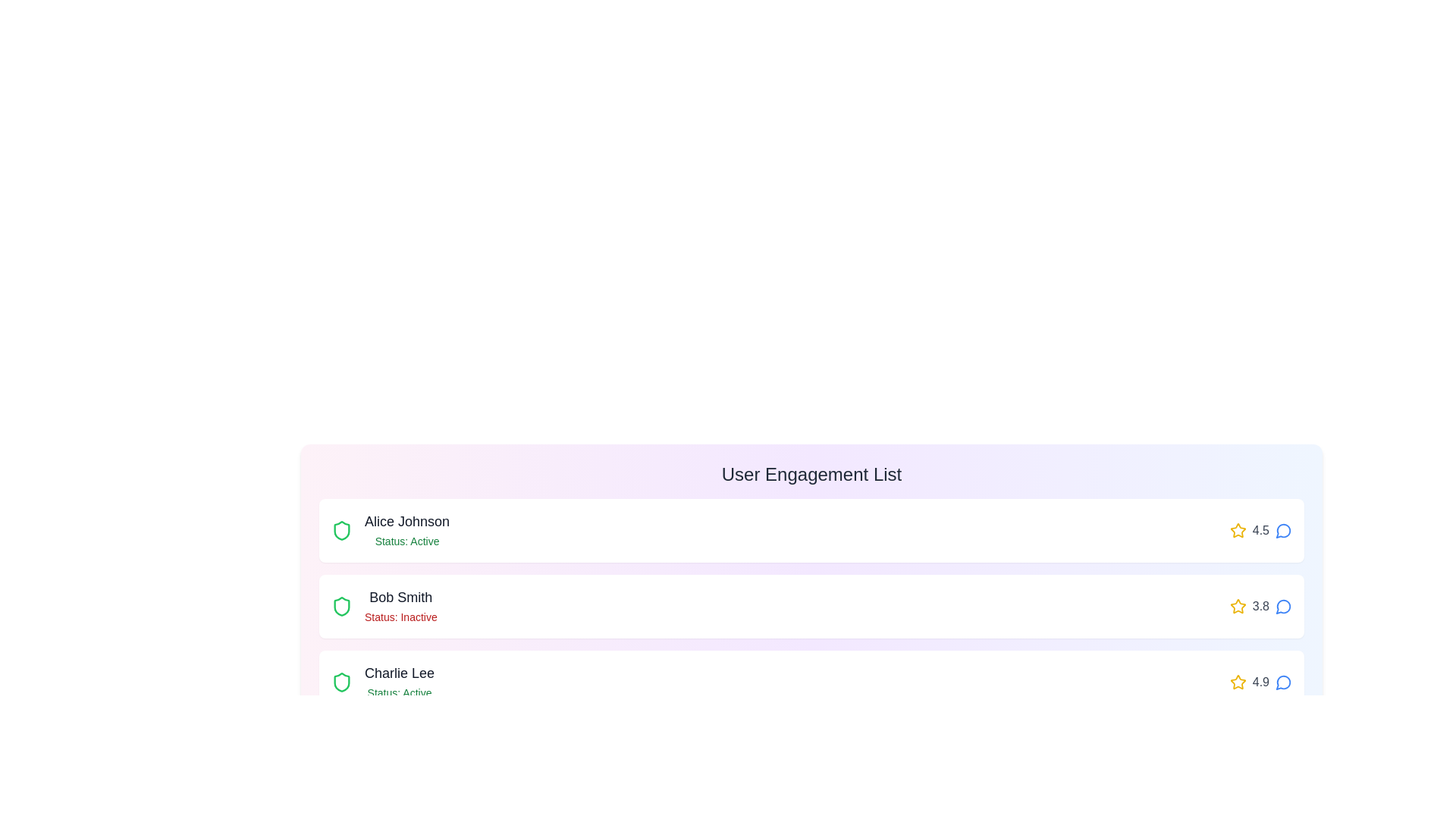 This screenshot has width=1456, height=819. Describe the element at coordinates (1283, 529) in the screenshot. I see `the message icon next to the user Alice Johnson` at that location.